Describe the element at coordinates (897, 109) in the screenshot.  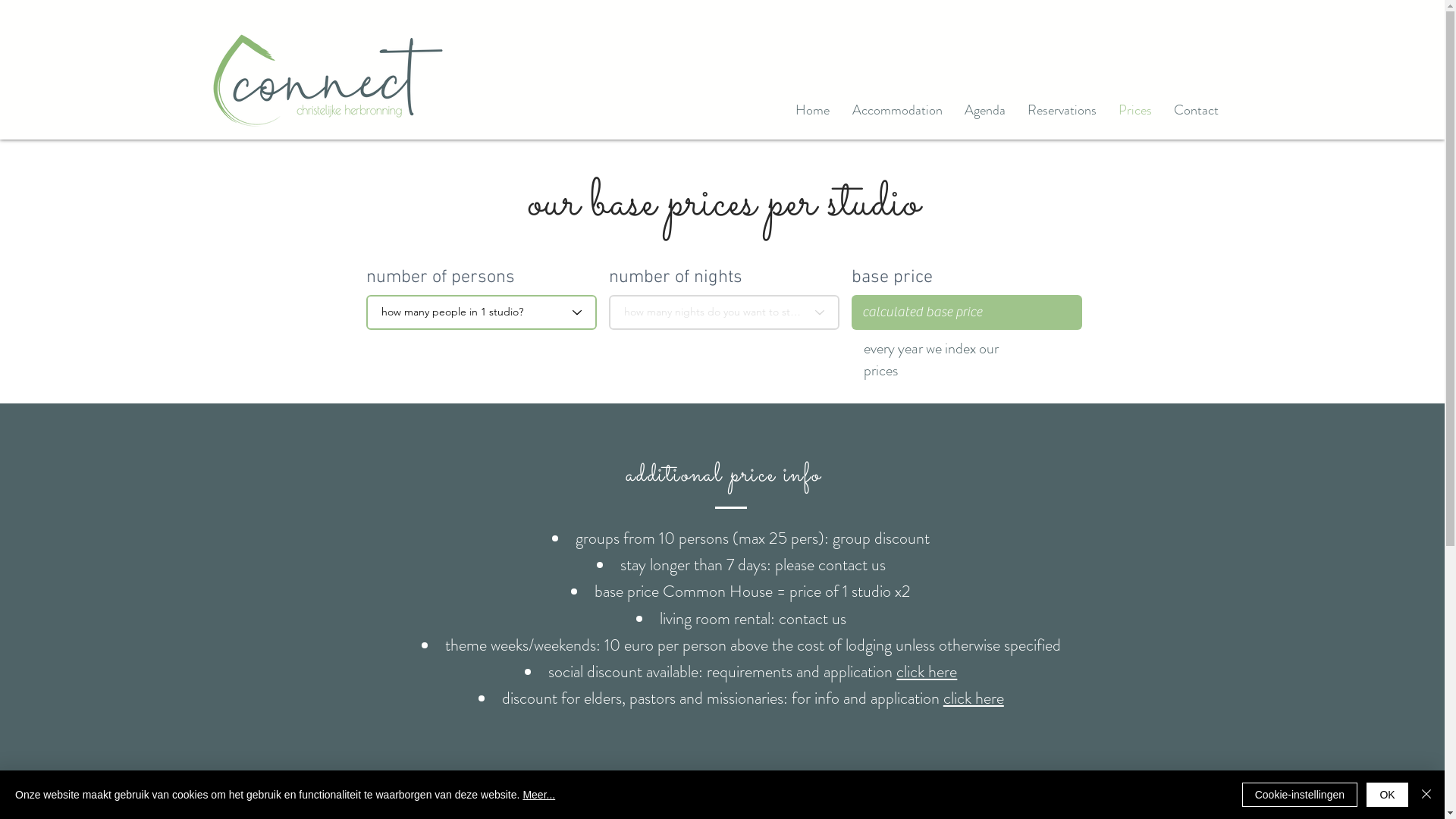
I see `'Accommodation'` at that location.